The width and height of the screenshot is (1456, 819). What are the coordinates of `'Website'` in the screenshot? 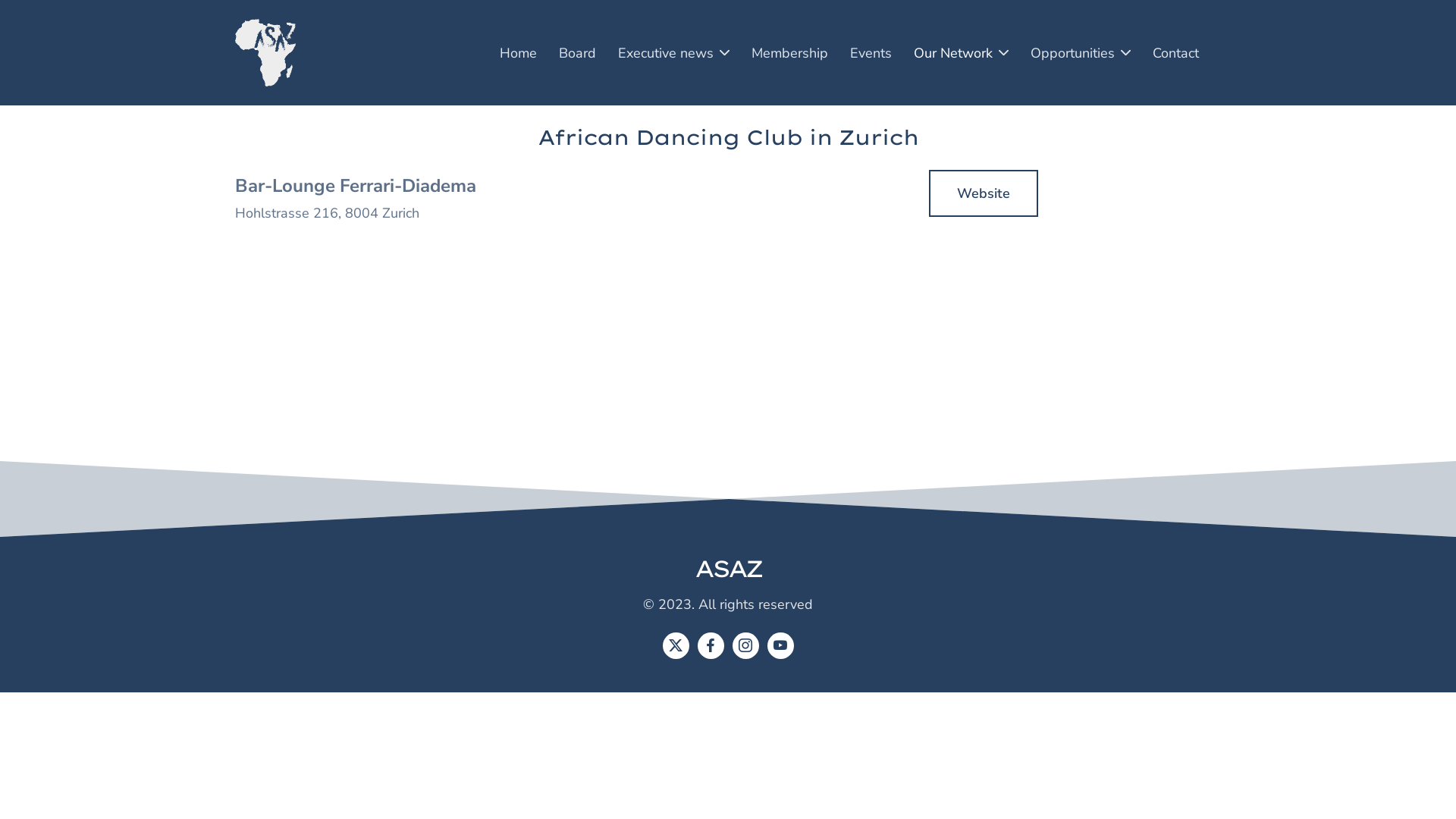 It's located at (983, 192).